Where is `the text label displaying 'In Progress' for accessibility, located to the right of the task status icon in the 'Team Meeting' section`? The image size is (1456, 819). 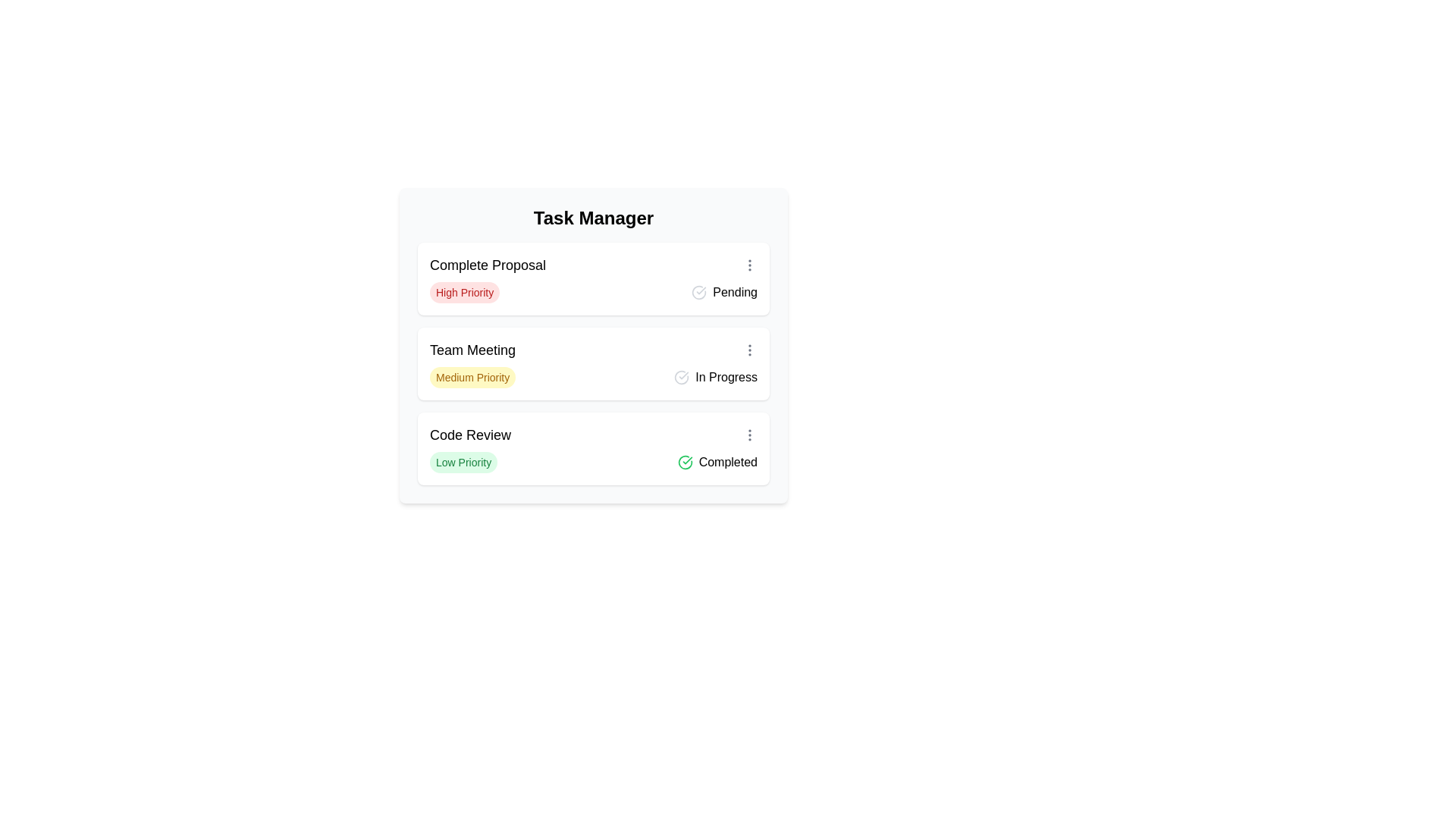
the text label displaying 'In Progress' for accessibility, located to the right of the task status icon in the 'Team Meeting' section is located at coordinates (726, 376).